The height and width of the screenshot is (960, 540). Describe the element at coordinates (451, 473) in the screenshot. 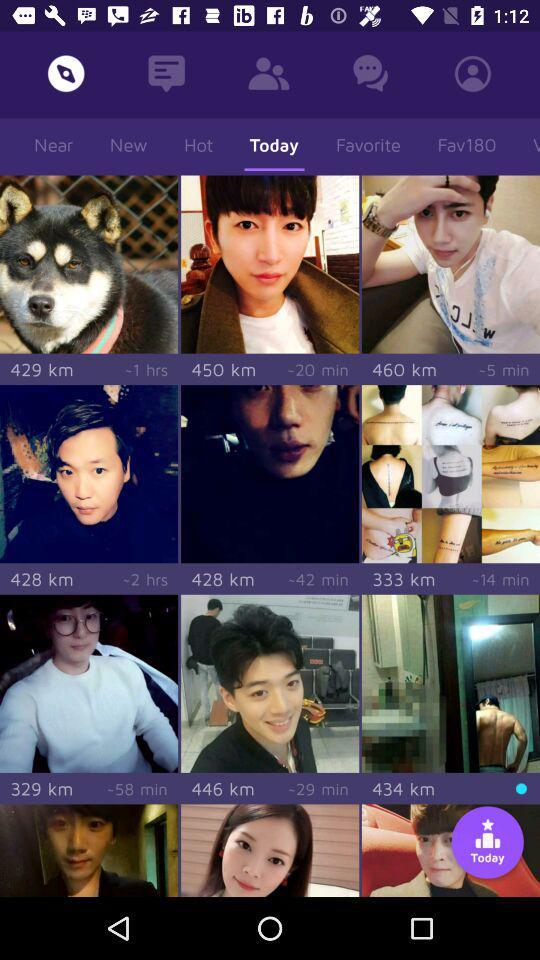

I see `the image which is 333 km  14 min` at that location.